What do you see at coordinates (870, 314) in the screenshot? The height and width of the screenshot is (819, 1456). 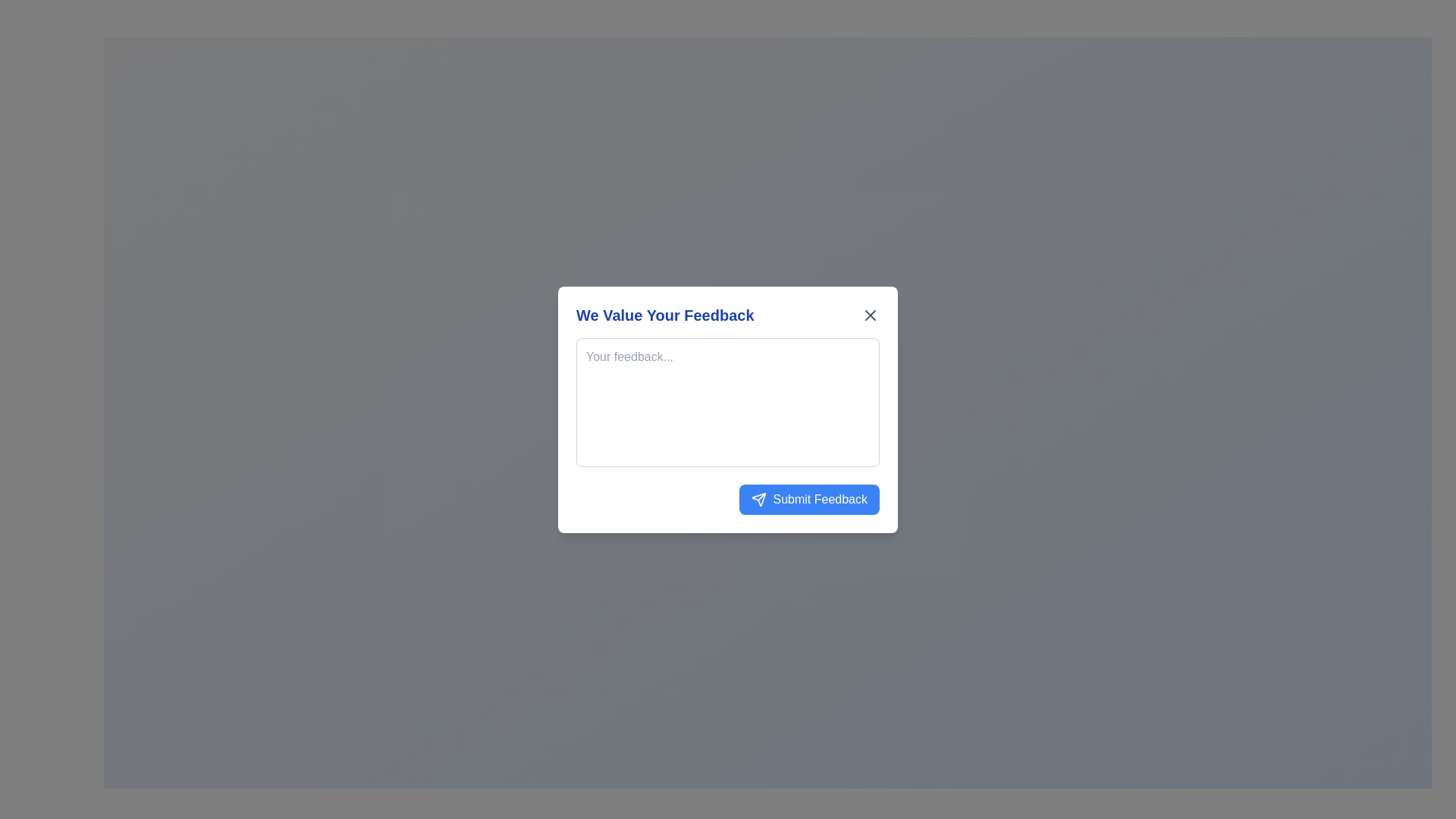 I see `the close button located in the top-right corner of the feedback modal` at bounding box center [870, 314].